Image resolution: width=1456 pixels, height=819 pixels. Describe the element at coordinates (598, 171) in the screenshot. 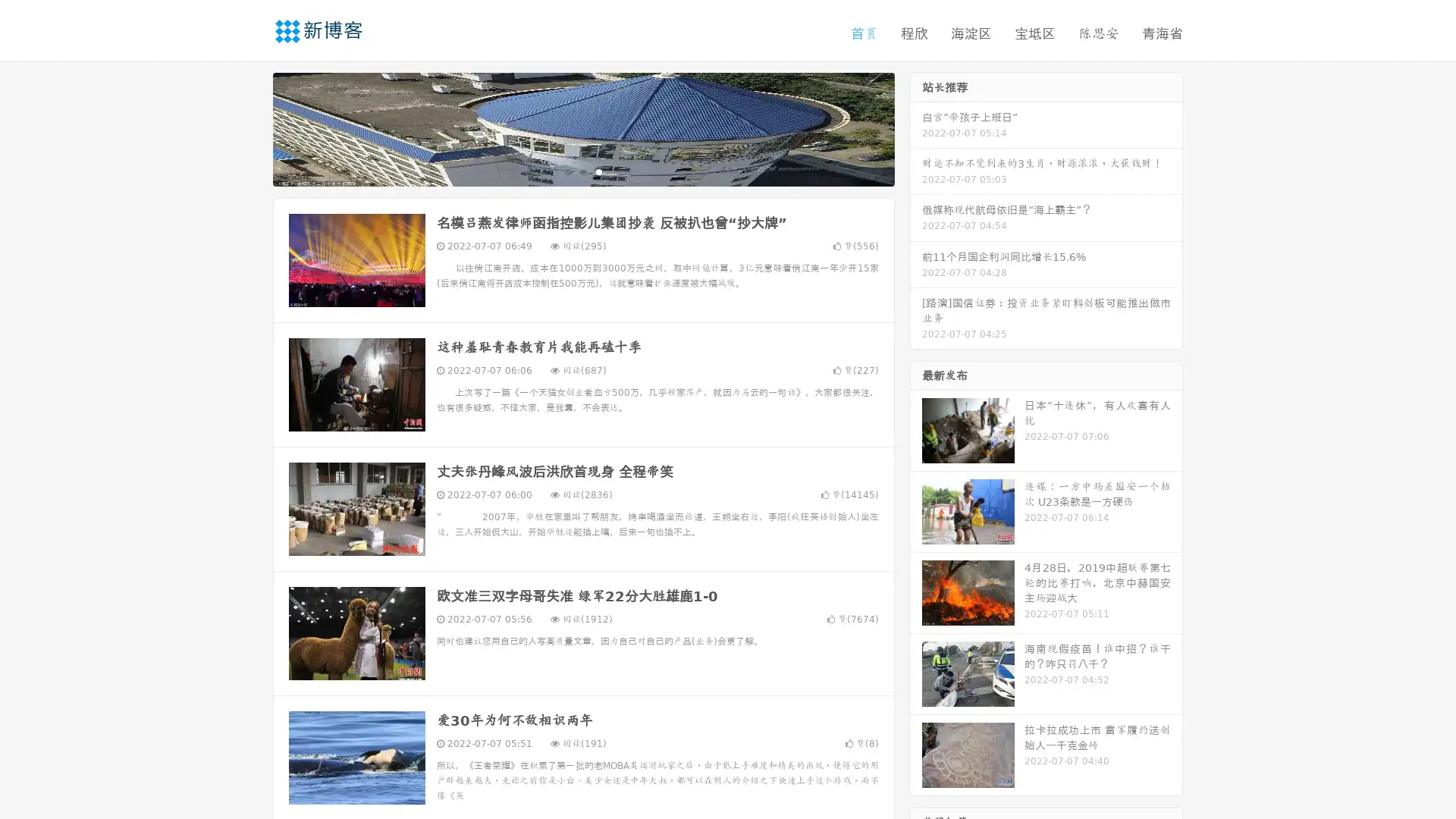

I see `Go to slide 3` at that location.